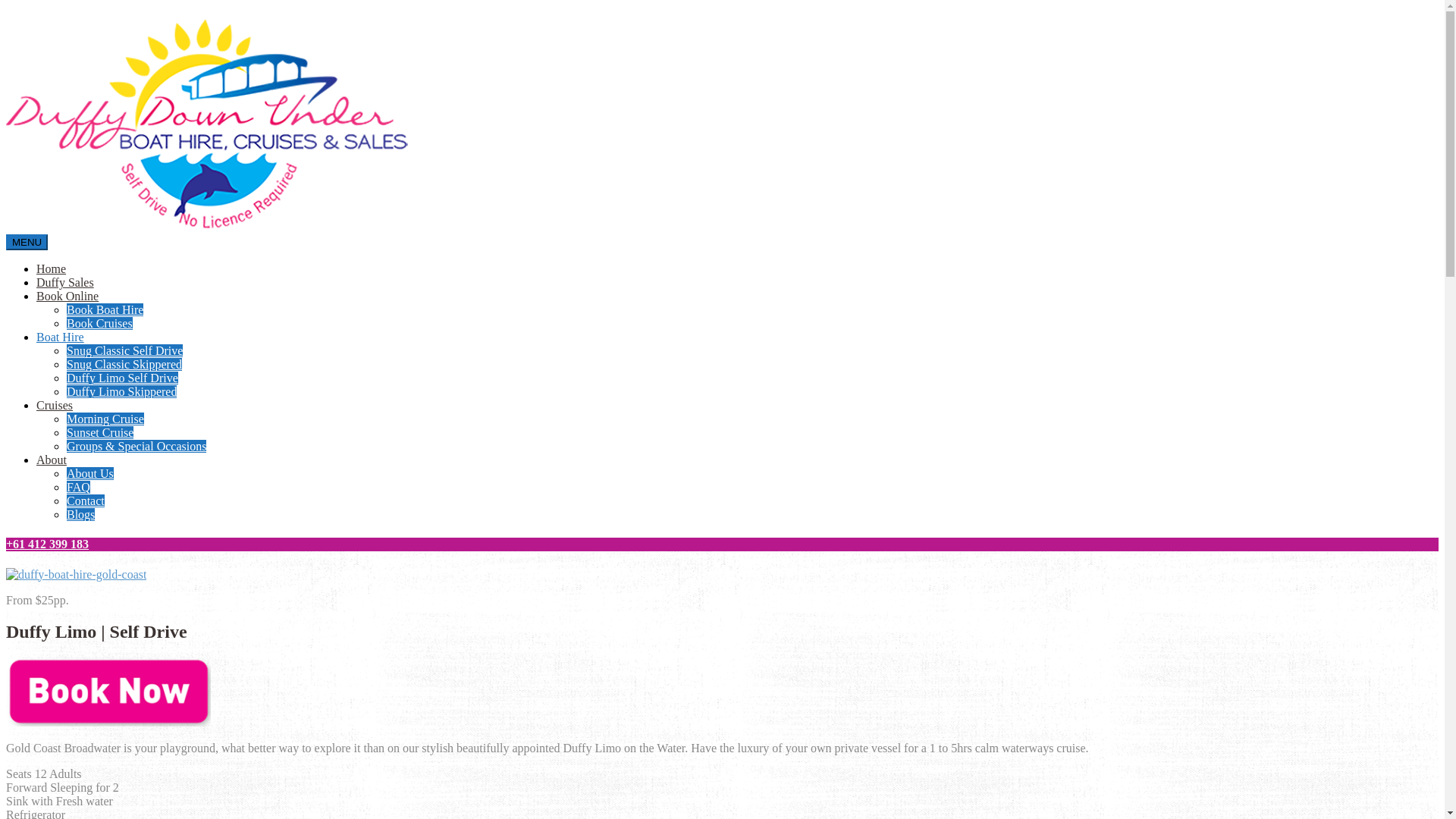  I want to click on 'Groups & Special Occasions', so click(65, 445).